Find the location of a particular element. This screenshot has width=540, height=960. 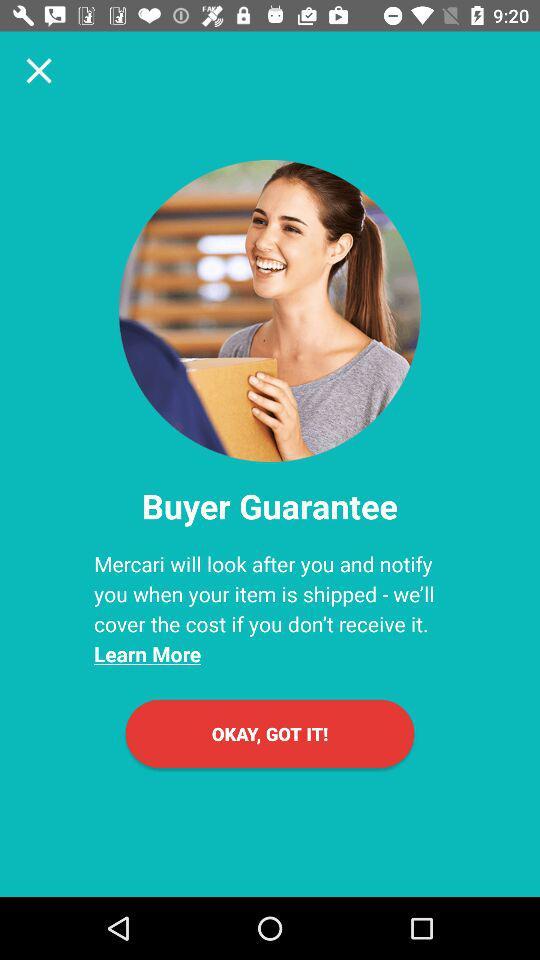

mercari will look icon is located at coordinates (270, 608).